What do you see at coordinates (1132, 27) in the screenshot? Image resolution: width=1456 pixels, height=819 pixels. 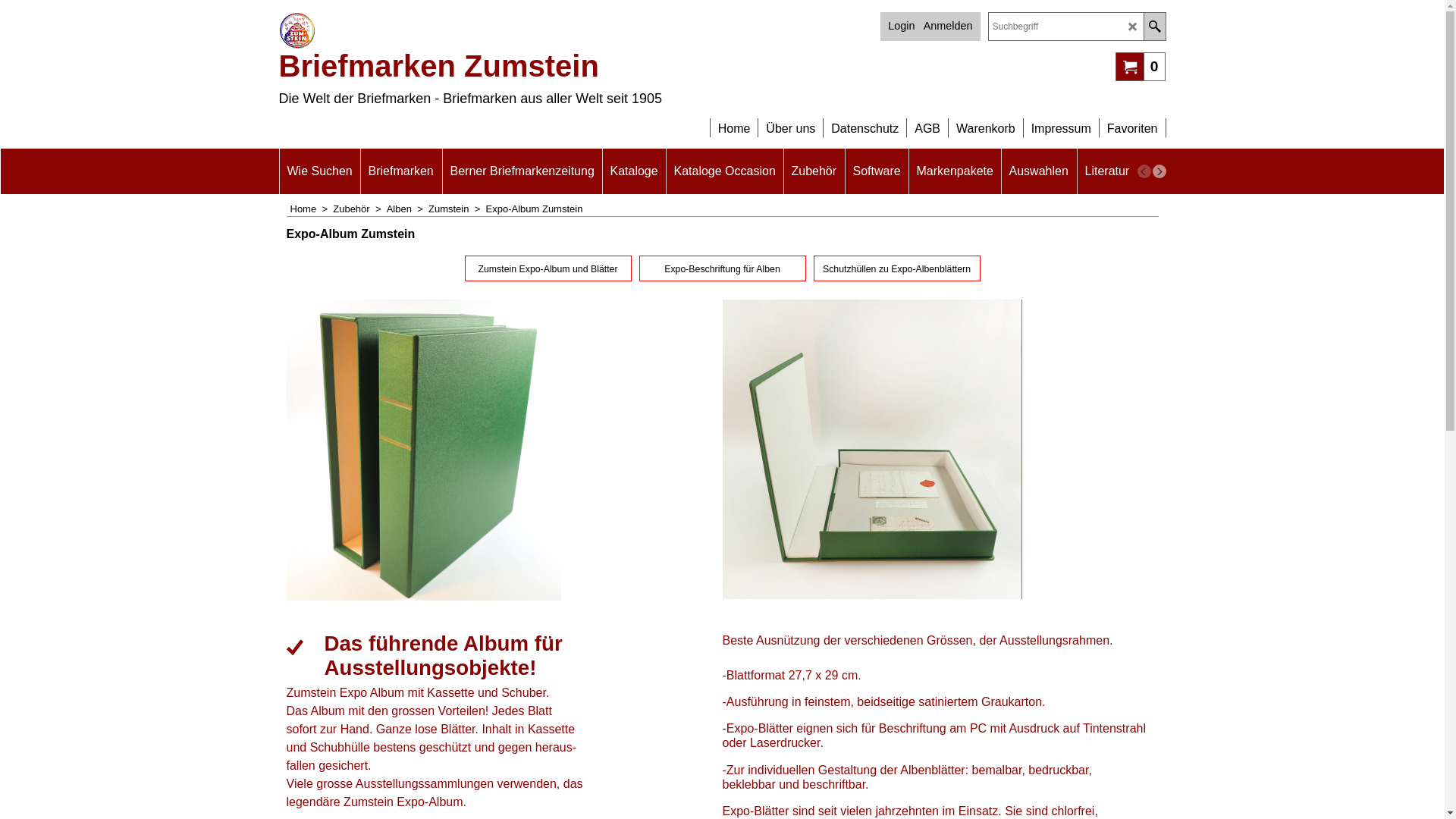 I see `'LD_CANCEL'` at bounding box center [1132, 27].